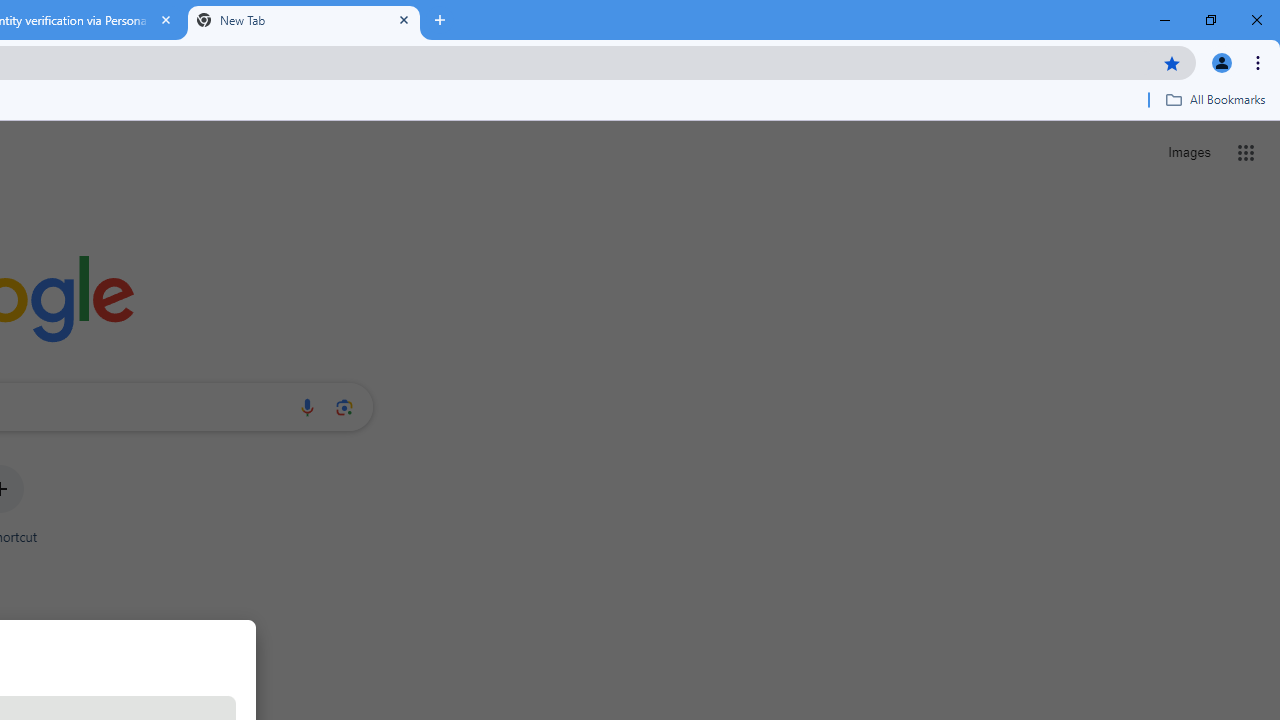  What do you see at coordinates (303, 20) in the screenshot?
I see `'New Tab'` at bounding box center [303, 20].